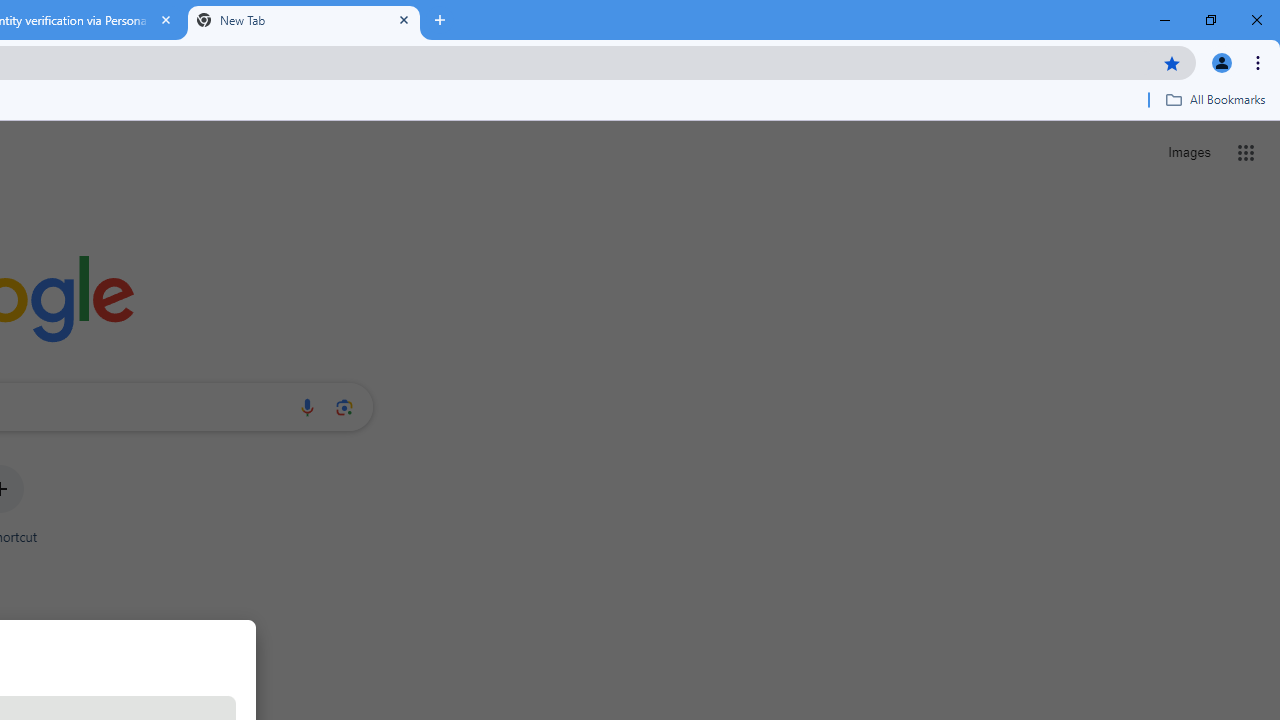  What do you see at coordinates (303, 20) in the screenshot?
I see `'New Tab'` at bounding box center [303, 20].